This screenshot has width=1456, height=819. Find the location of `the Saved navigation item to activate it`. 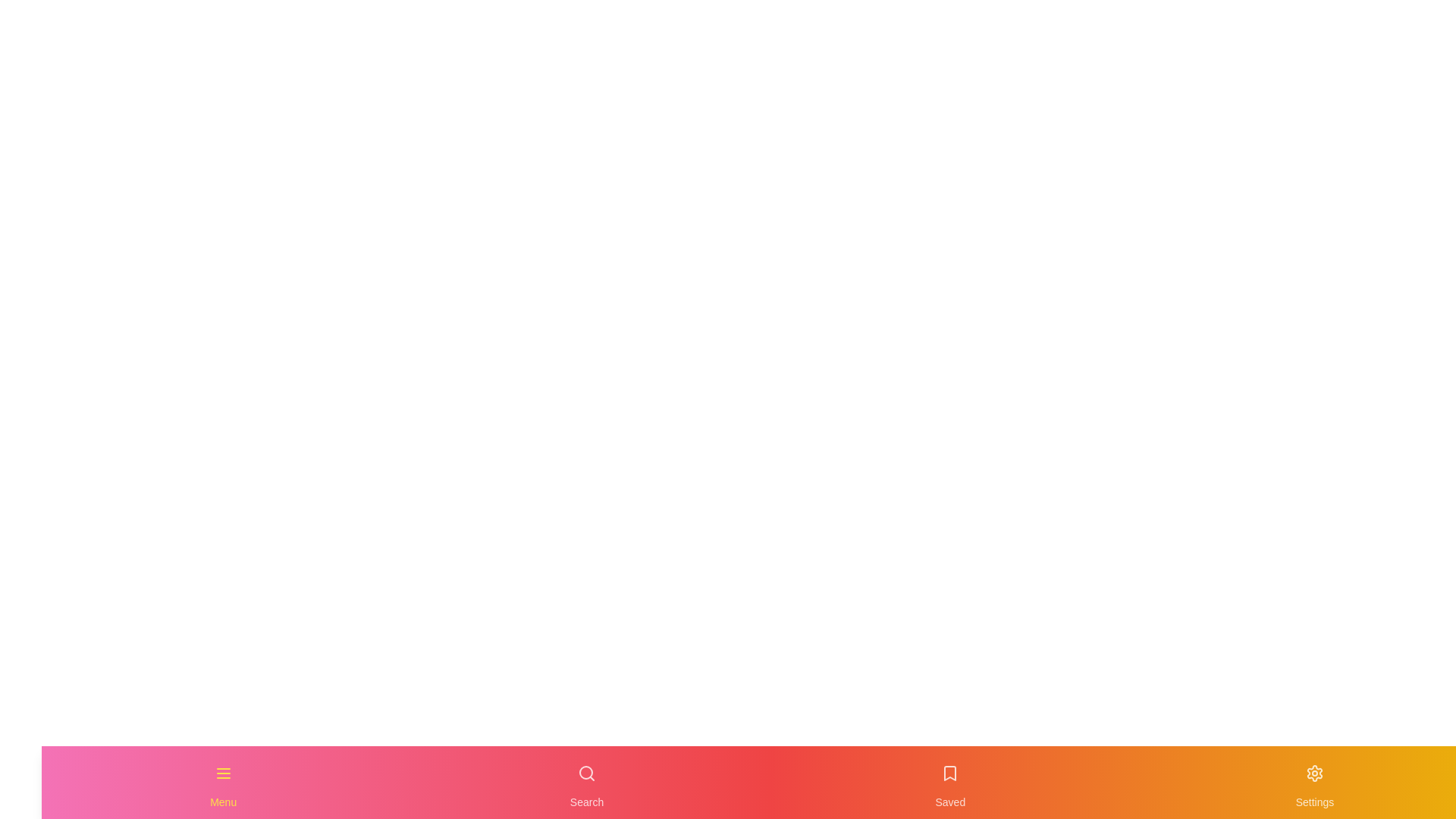

the Saved navigation item to activate it is located at coordinates (949, 783).